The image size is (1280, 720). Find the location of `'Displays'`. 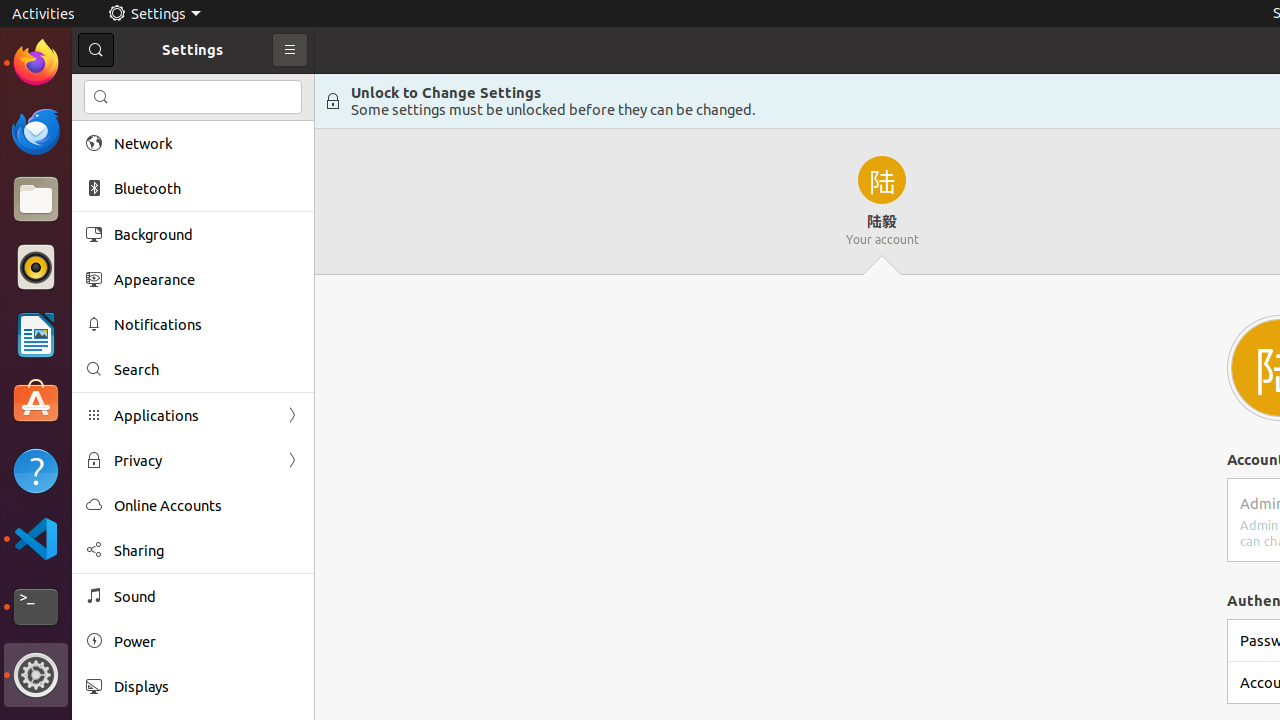

'Displays' is located at coordinates (206, 685).